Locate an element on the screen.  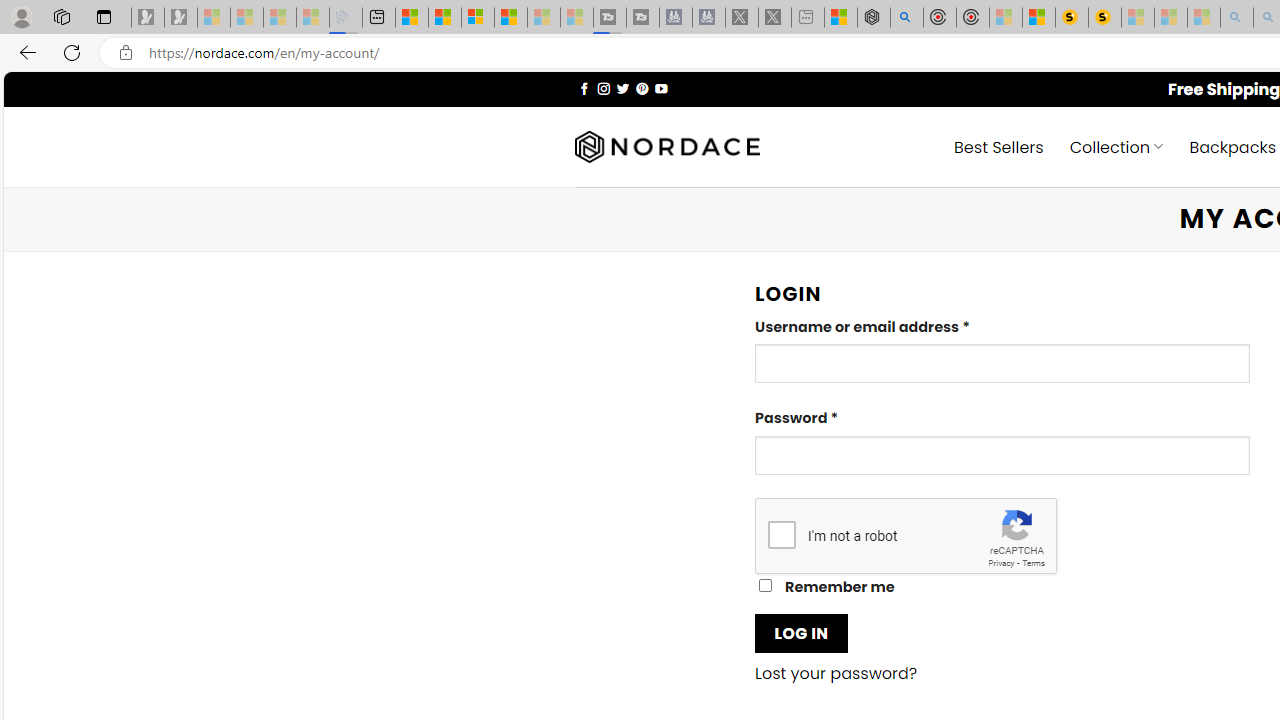
'Overview' is located at coordinates (477, 17).